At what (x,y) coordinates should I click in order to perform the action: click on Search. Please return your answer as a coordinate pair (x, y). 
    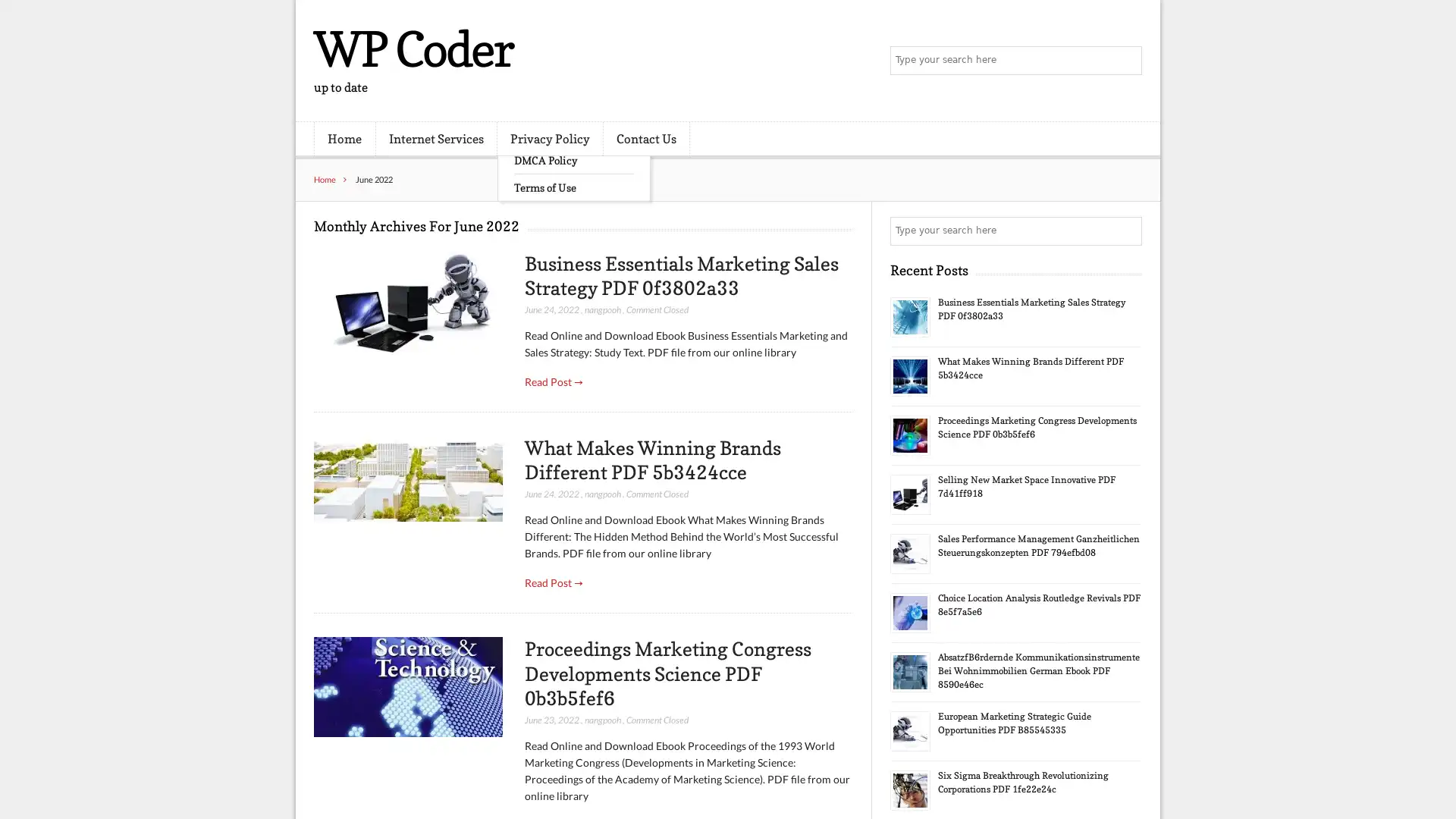
    Looking at the image, I should click on (1126, 61).